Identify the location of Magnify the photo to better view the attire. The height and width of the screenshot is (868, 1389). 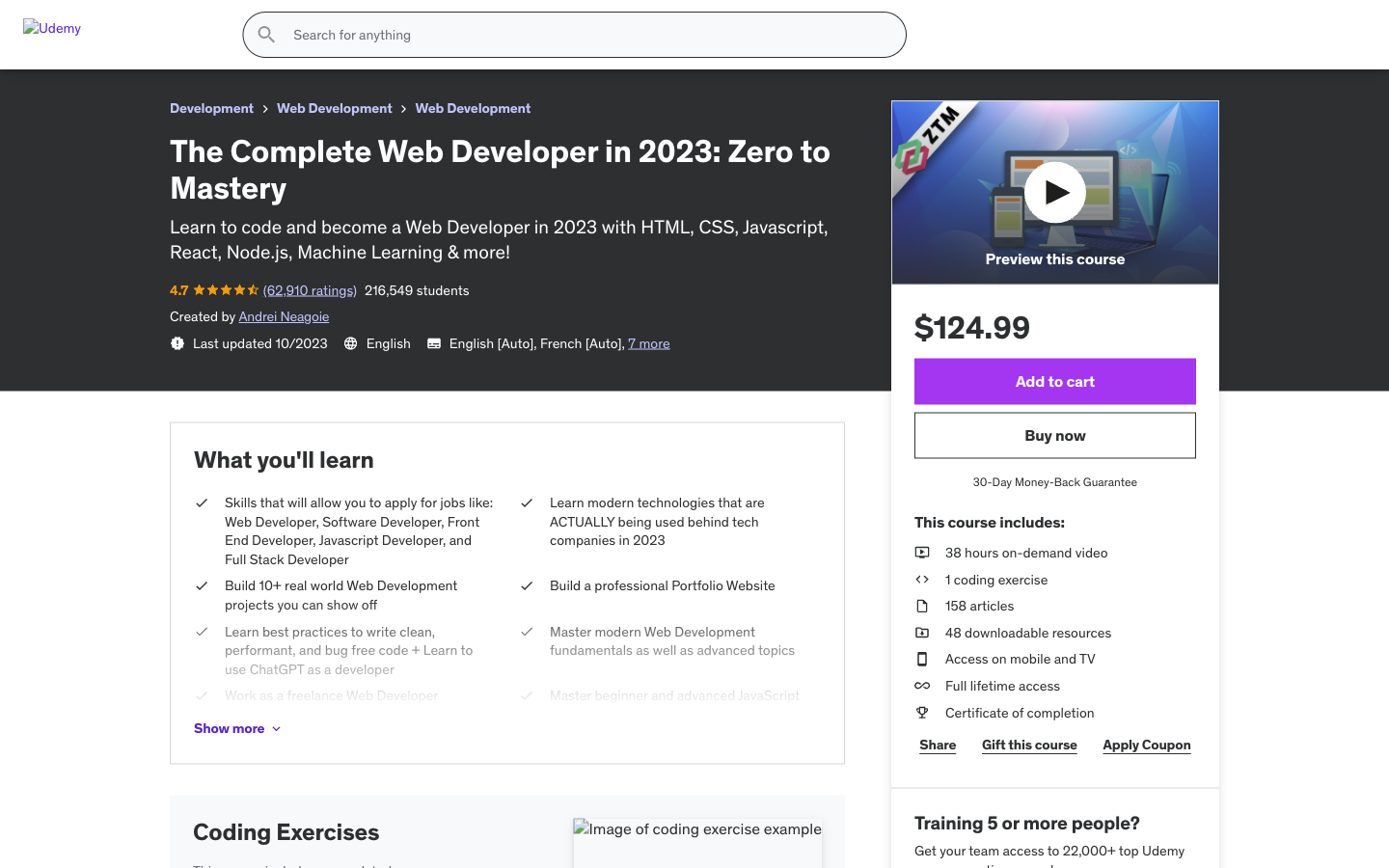
(803, 702).